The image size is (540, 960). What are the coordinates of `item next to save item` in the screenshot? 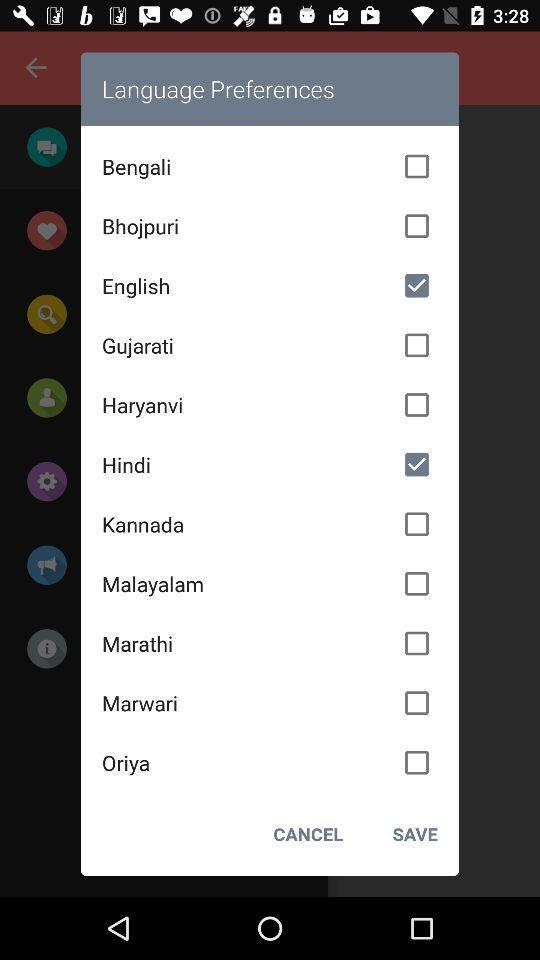 It's located at (308, 834).